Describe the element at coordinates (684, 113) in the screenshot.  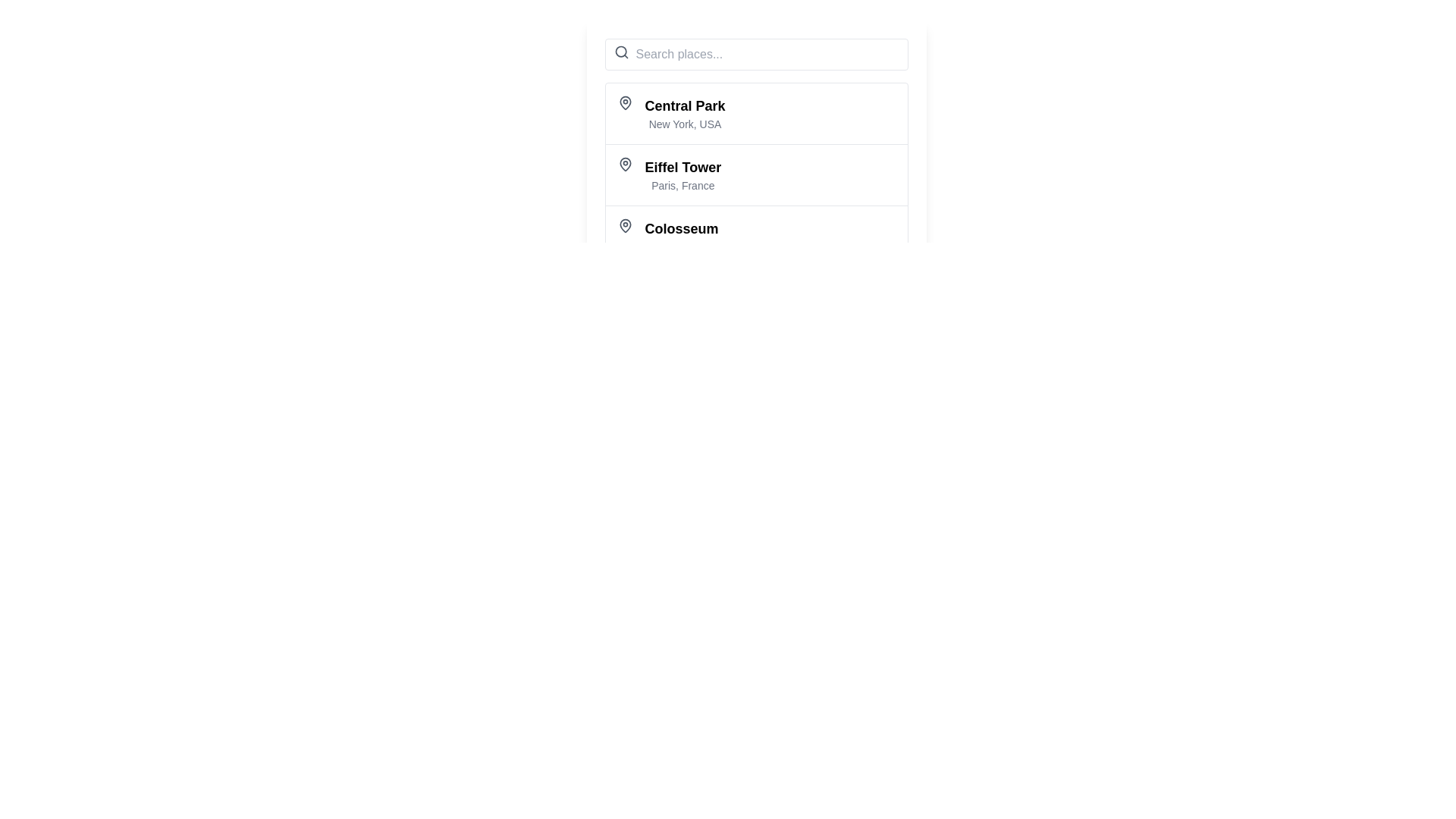
I see `the first item in the location list representing 'Central Park'` at that location.